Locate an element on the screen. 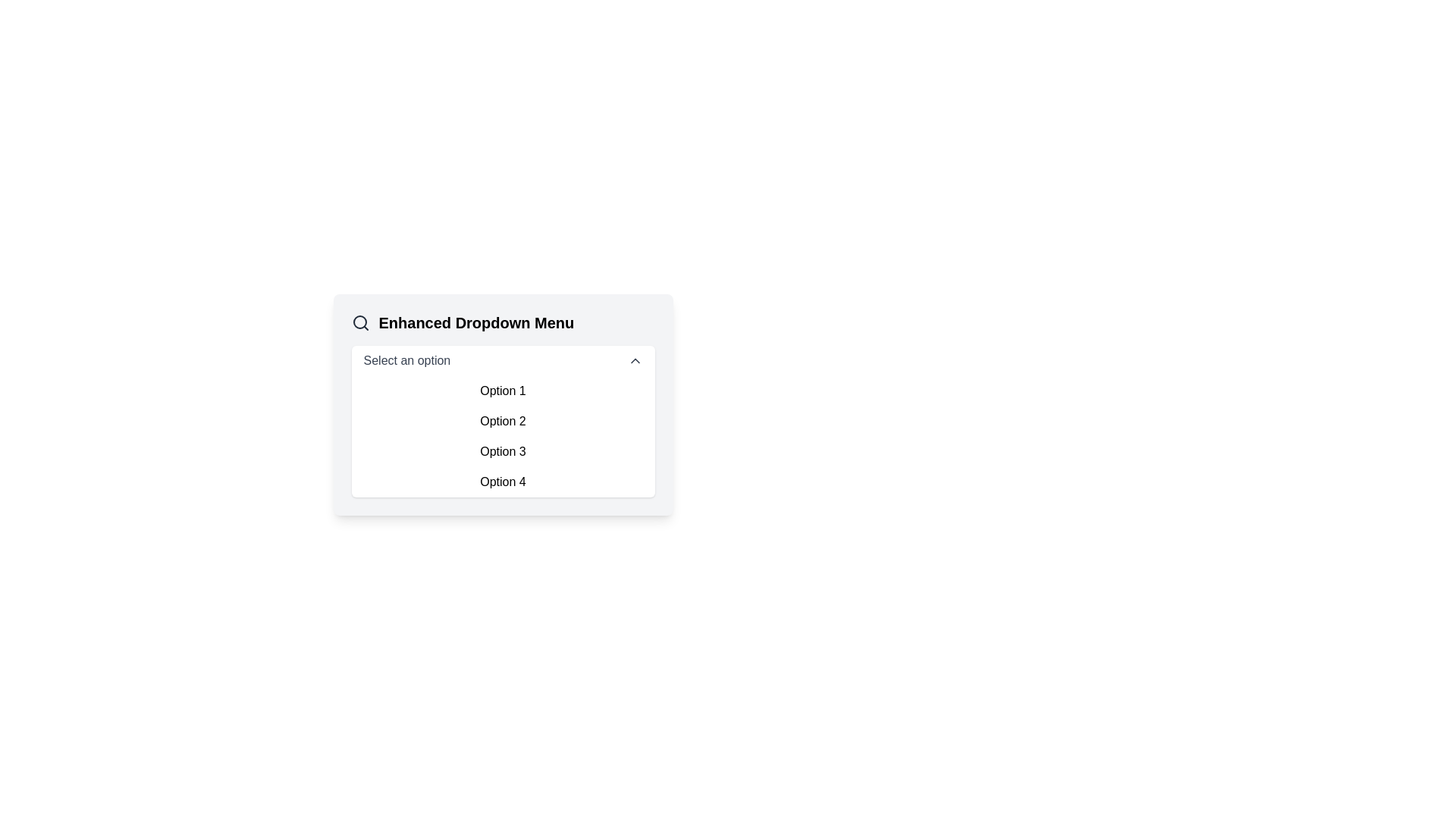  the first item in the dropdown menu is located at coordinates (503, 391).